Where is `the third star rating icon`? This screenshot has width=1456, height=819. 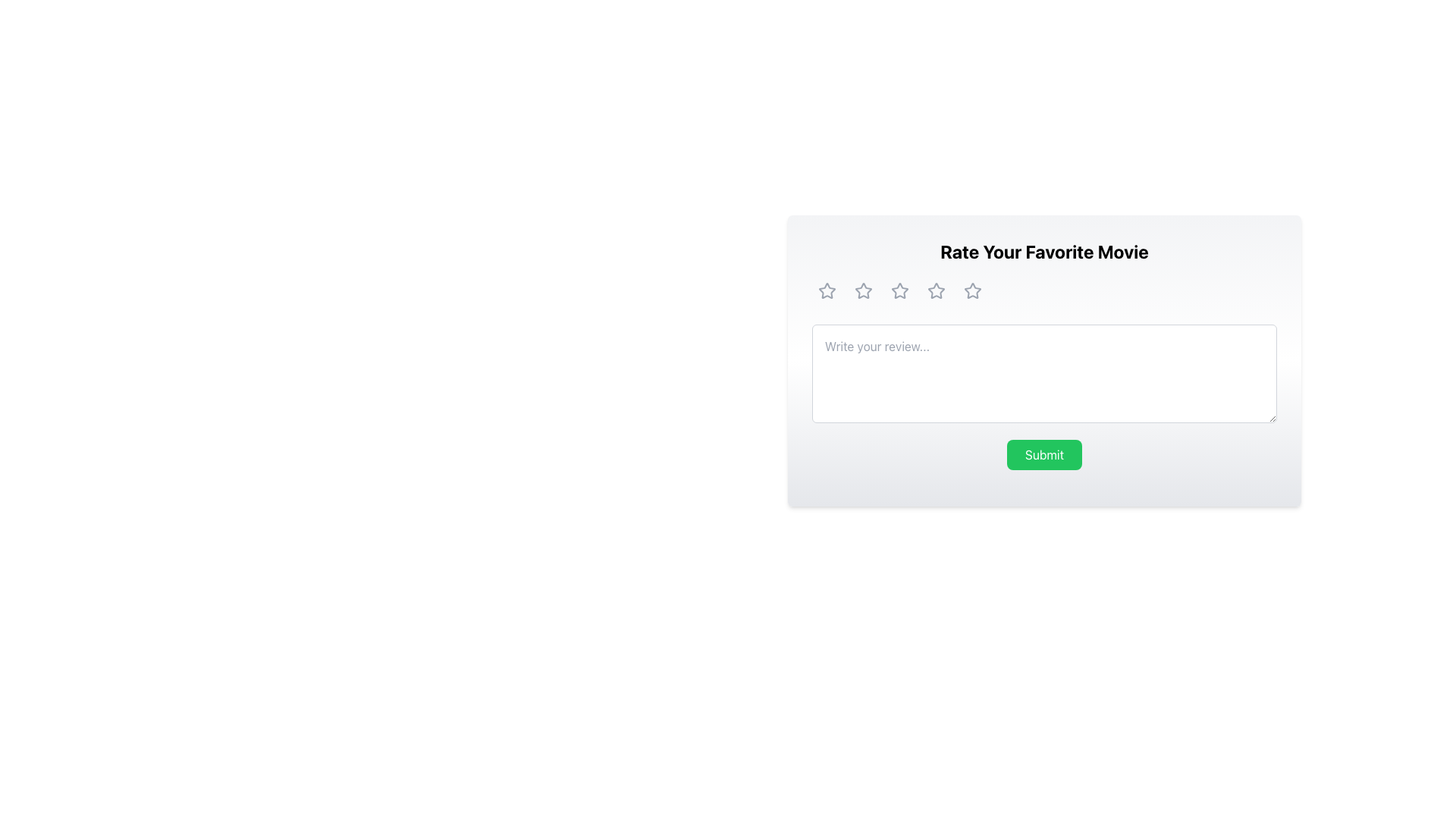
the third star rating icon is located at coordinates (899, 291).